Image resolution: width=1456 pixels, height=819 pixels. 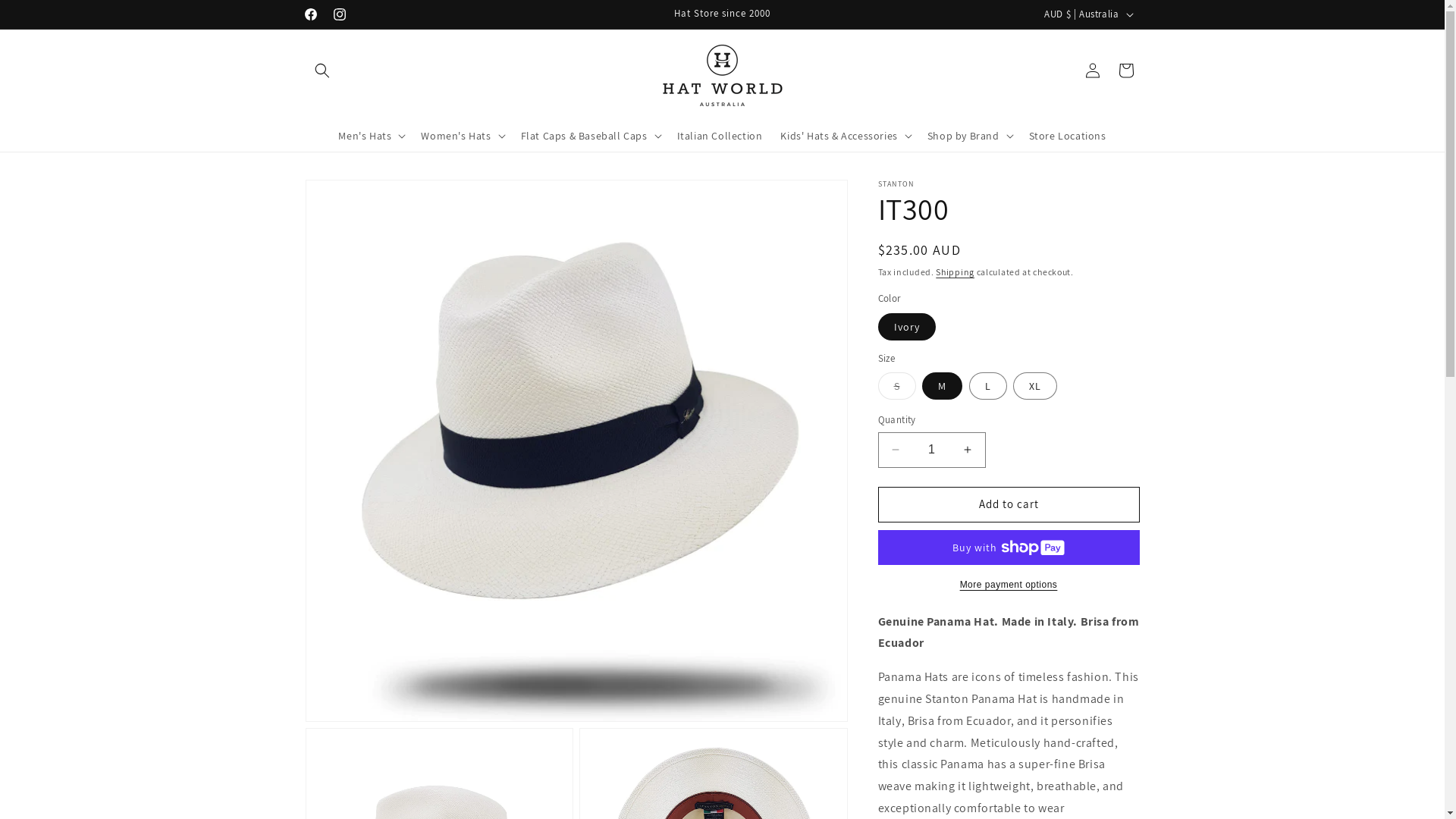 I want to click on 'Decrease quantity for IT300', so click(x=895, y=449).